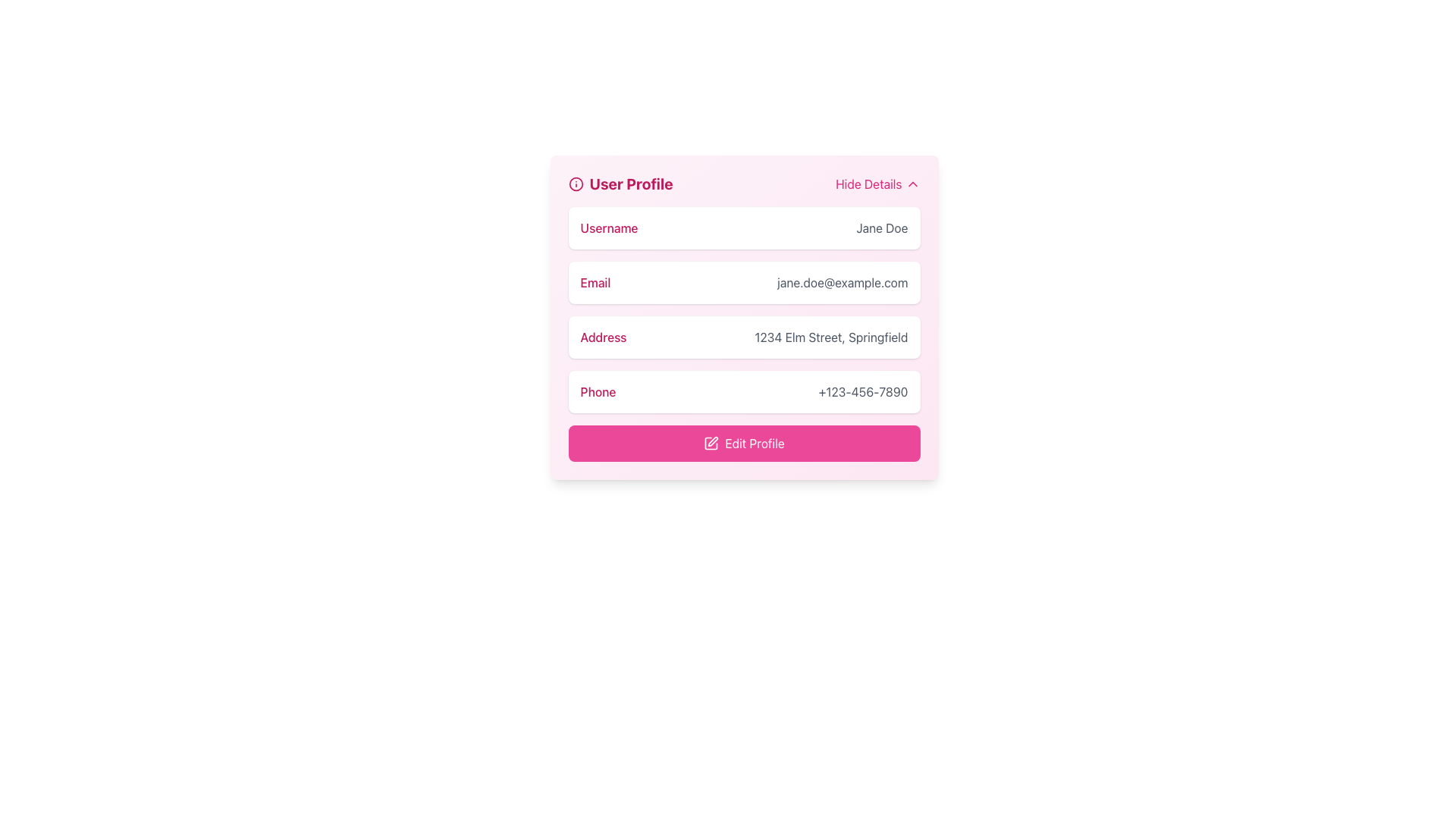  Describe the element at coordinates (863, 391) in the screenshot. I see `the phone number text label '+123-456-7890' located in the lower-right corner of the user profile card` at that location.